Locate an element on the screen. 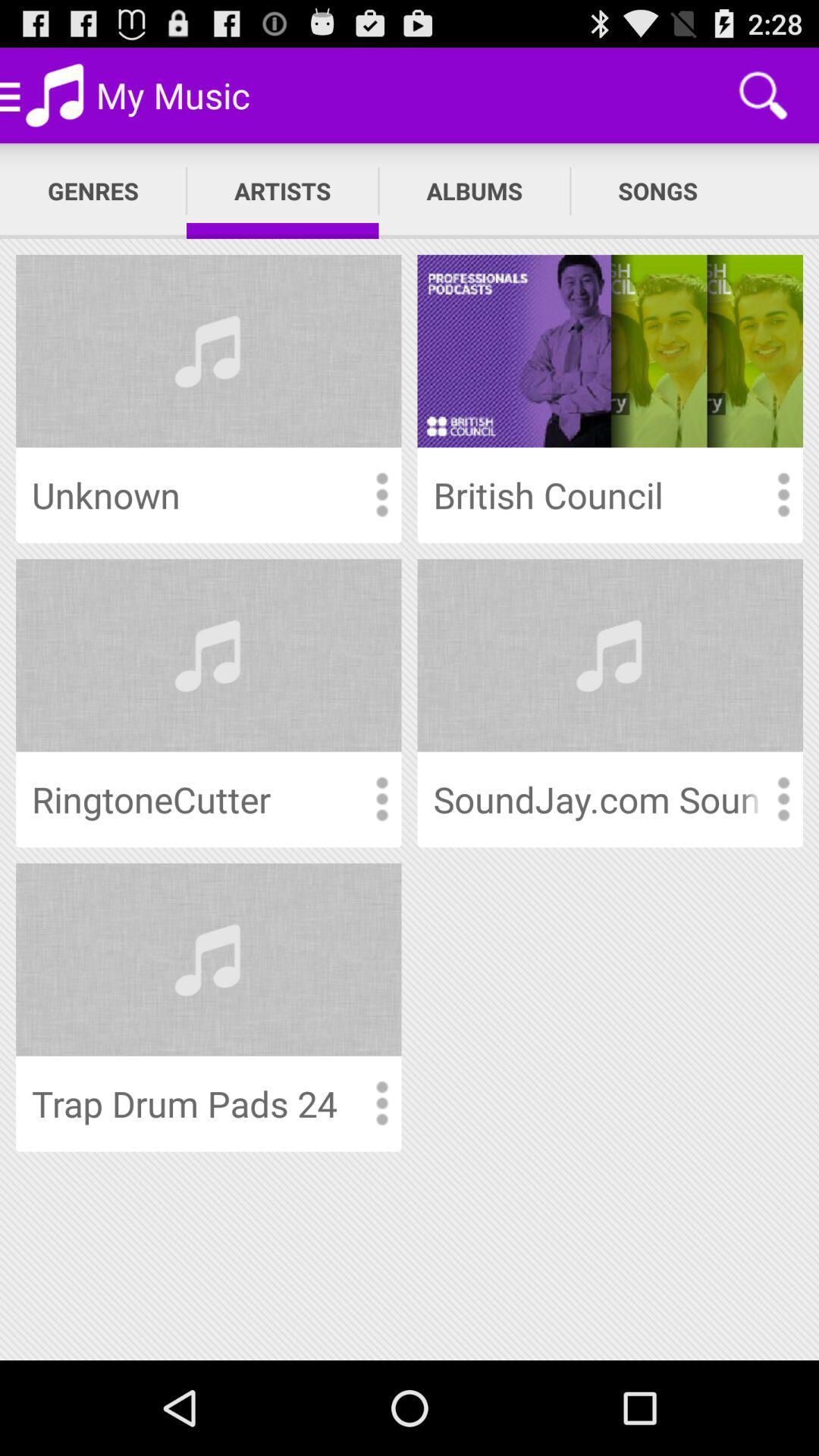  the genres item is located at coordinates (93, 190).